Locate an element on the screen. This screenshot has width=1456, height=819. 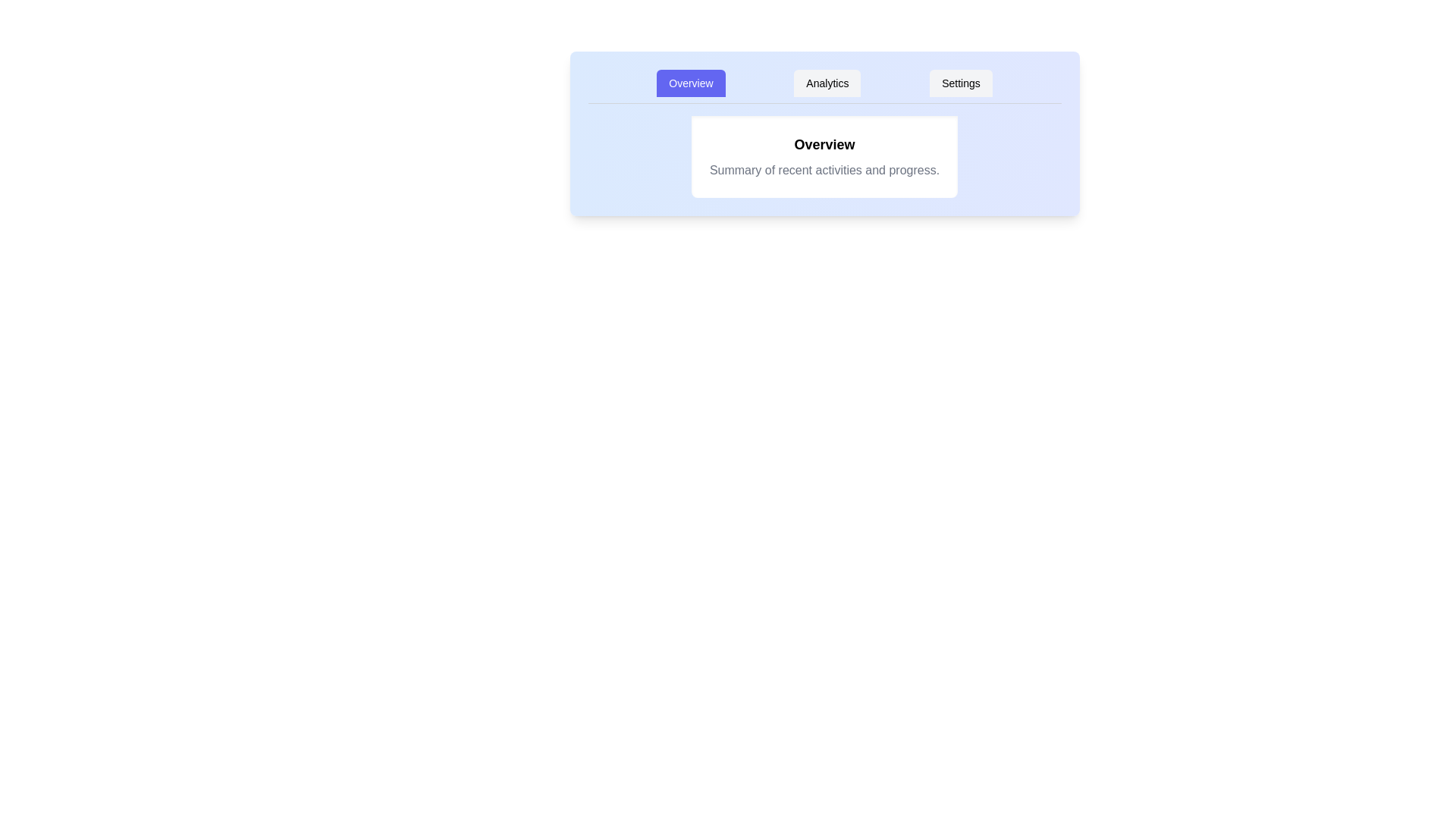
the Analytics tab is located at coordinates (827, 83).